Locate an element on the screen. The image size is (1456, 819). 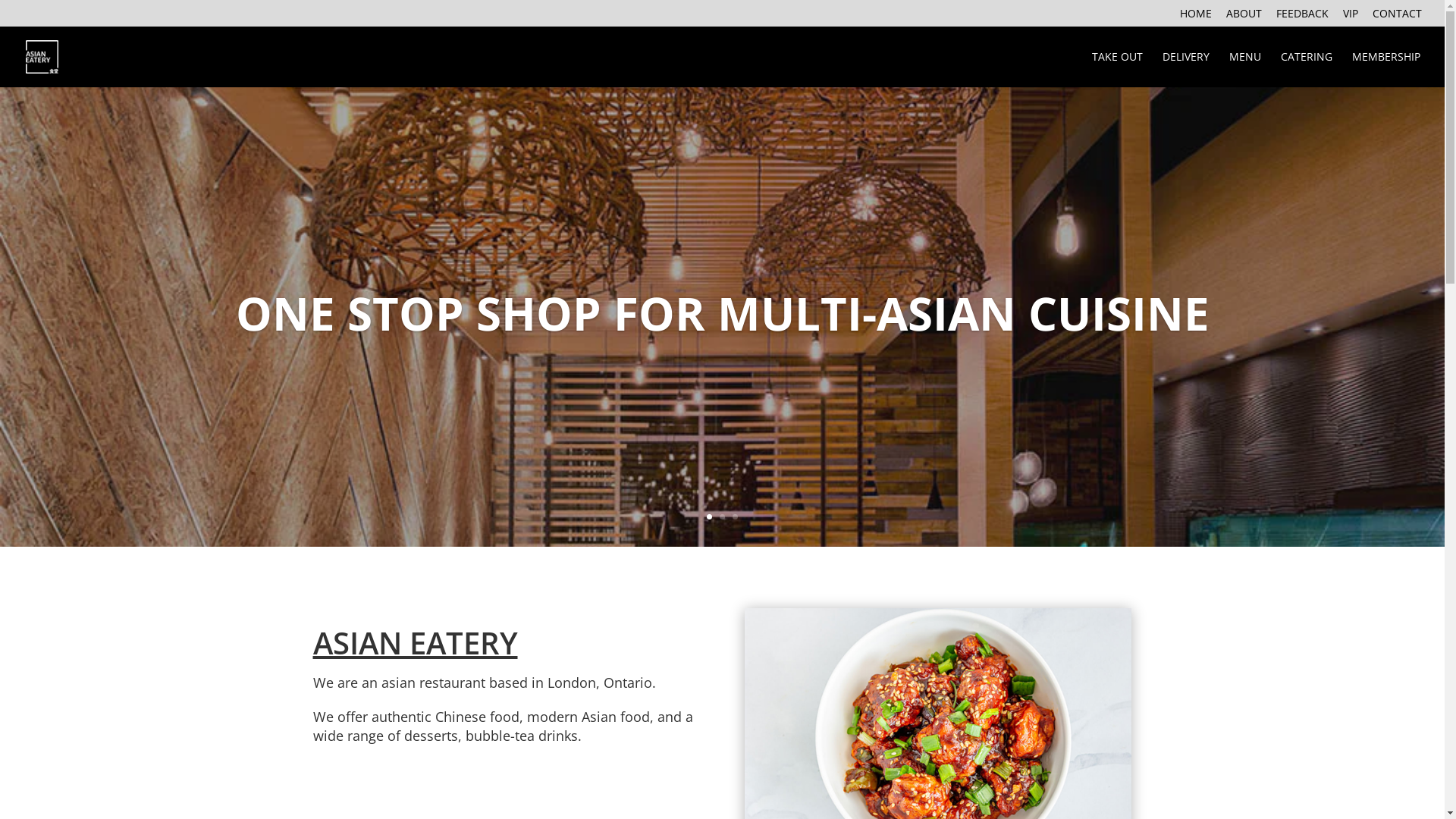
'MENU' is located at coordinates (1229, 69).